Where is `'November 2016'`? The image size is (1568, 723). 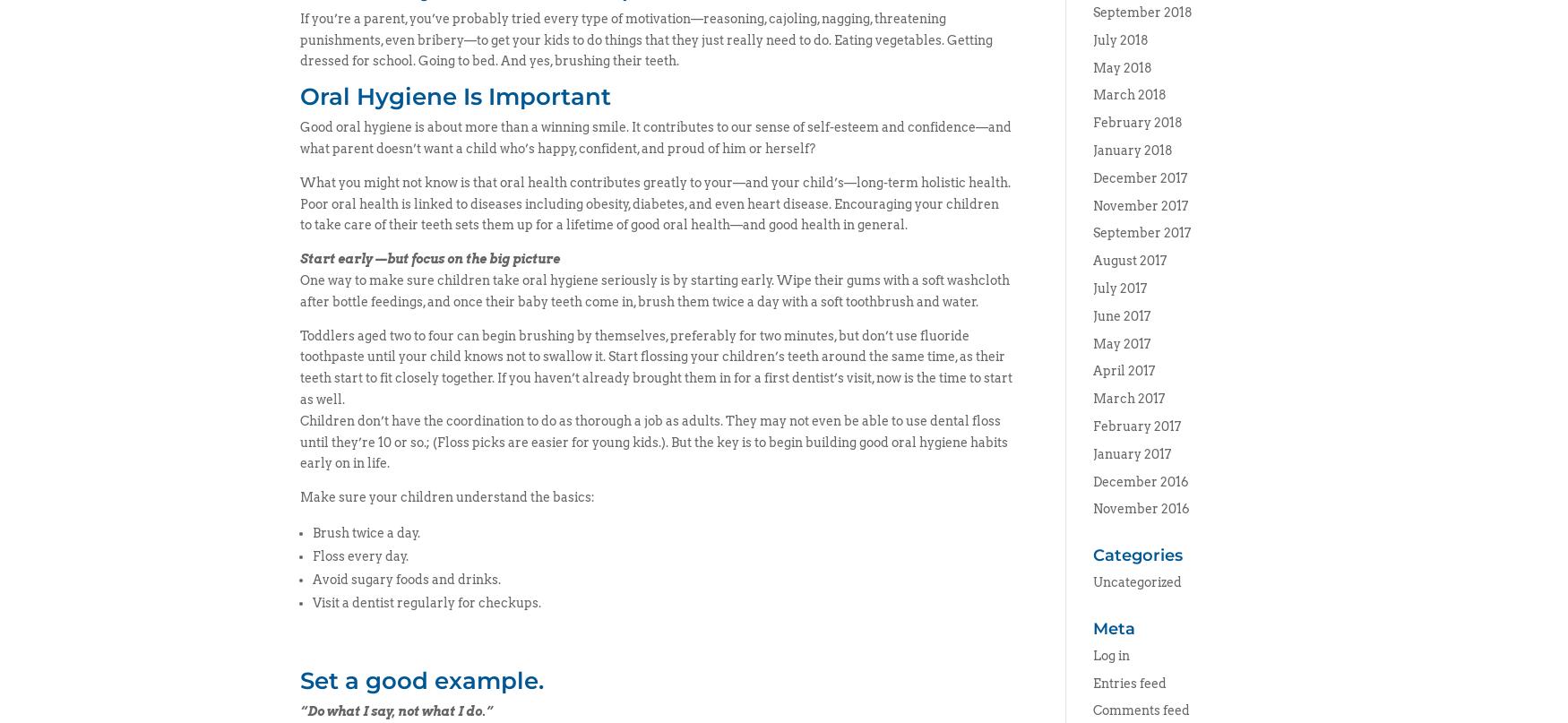
'November 2016' is located at coordinates (1092, 507).